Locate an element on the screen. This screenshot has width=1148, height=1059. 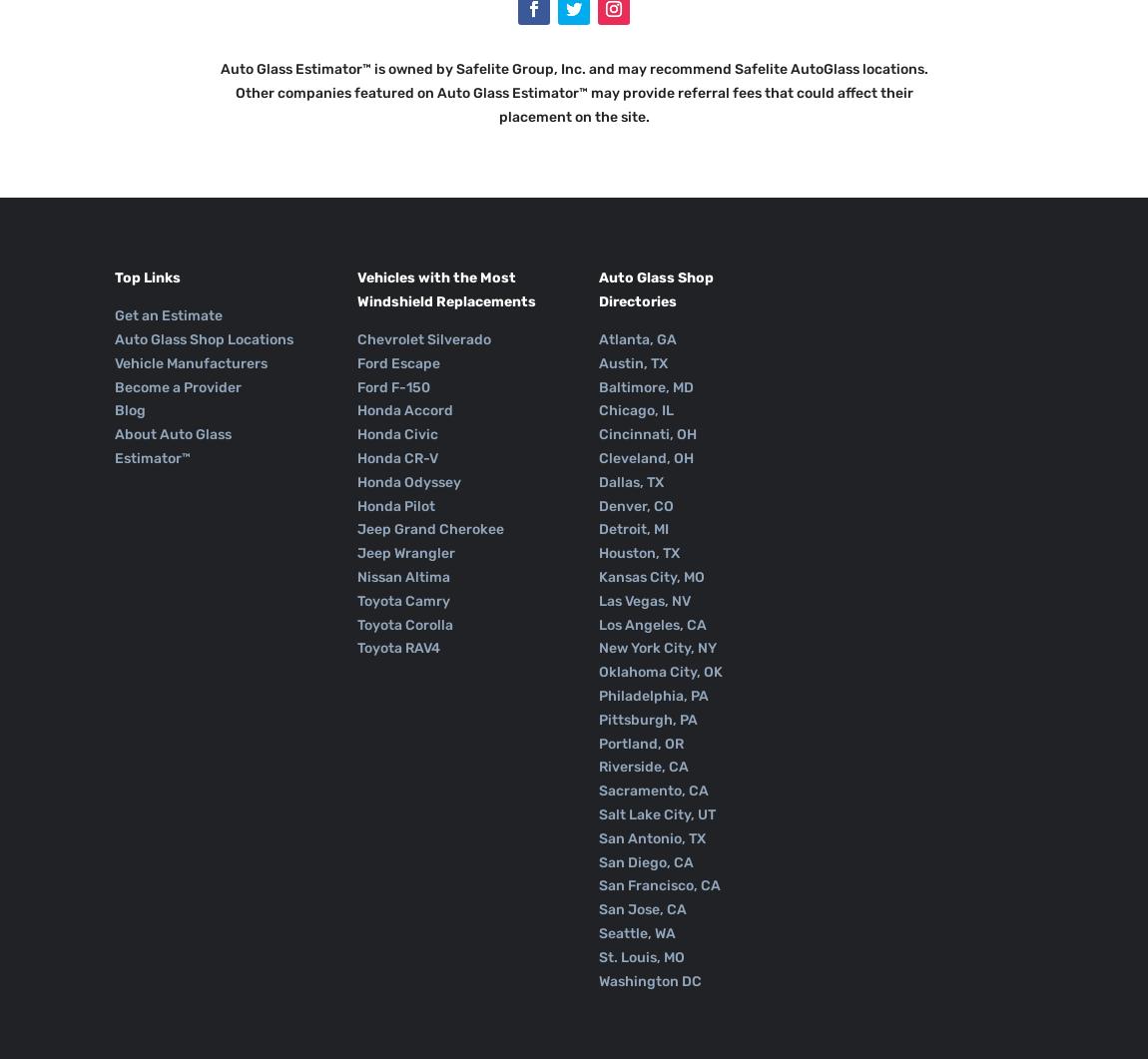
'Houston, TX' is located at coordinates (638, 552).